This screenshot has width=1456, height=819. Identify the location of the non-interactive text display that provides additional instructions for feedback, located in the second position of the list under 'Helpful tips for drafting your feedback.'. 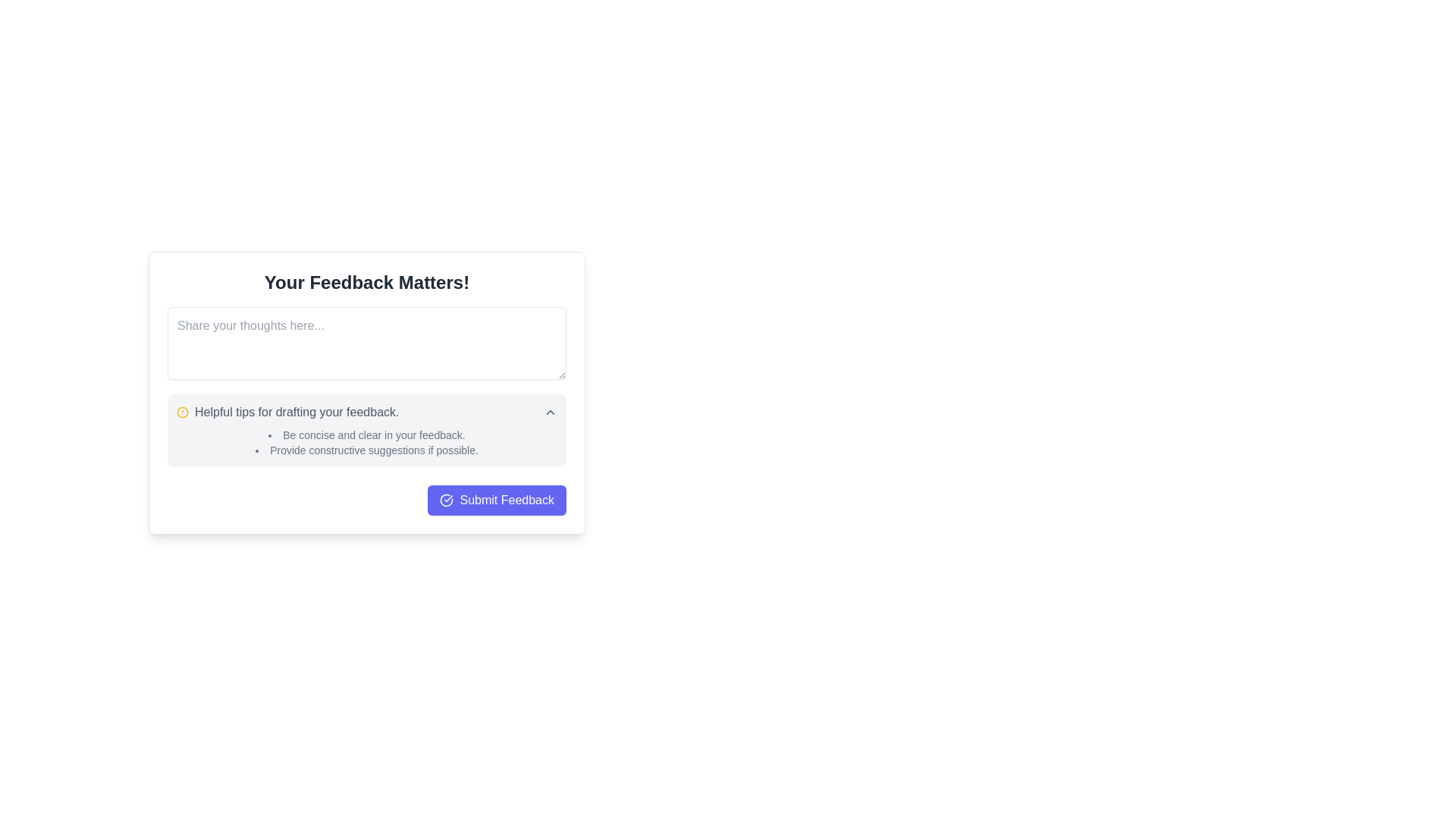
(367, 450).